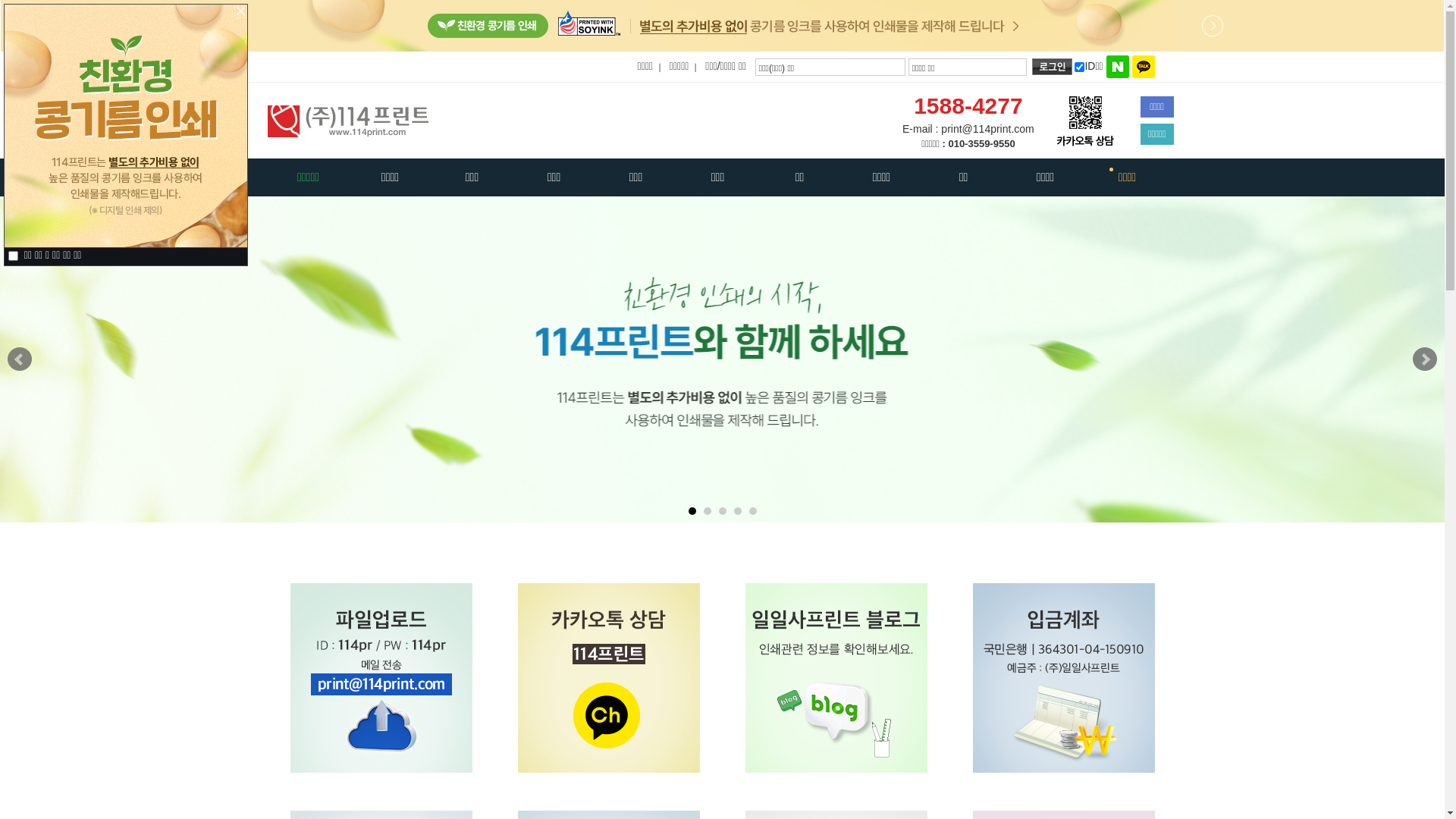 Image resolution: width=1456 pixels, height=819 pixels. What do you see at coordinates (749, 511) in the screenshot?
I see `'5'` at bounding box center [749, 511].